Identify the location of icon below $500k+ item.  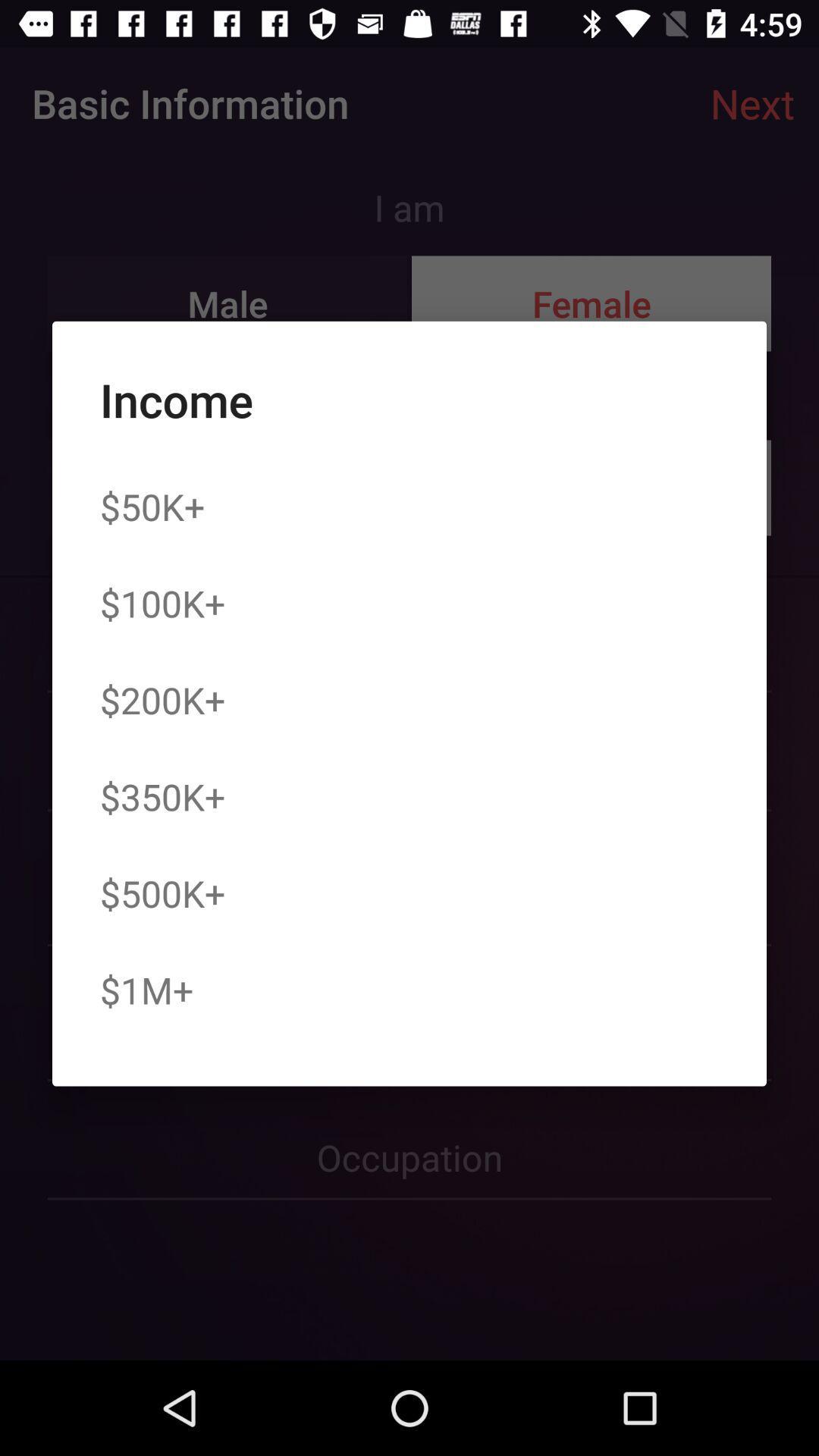
(146, 990).